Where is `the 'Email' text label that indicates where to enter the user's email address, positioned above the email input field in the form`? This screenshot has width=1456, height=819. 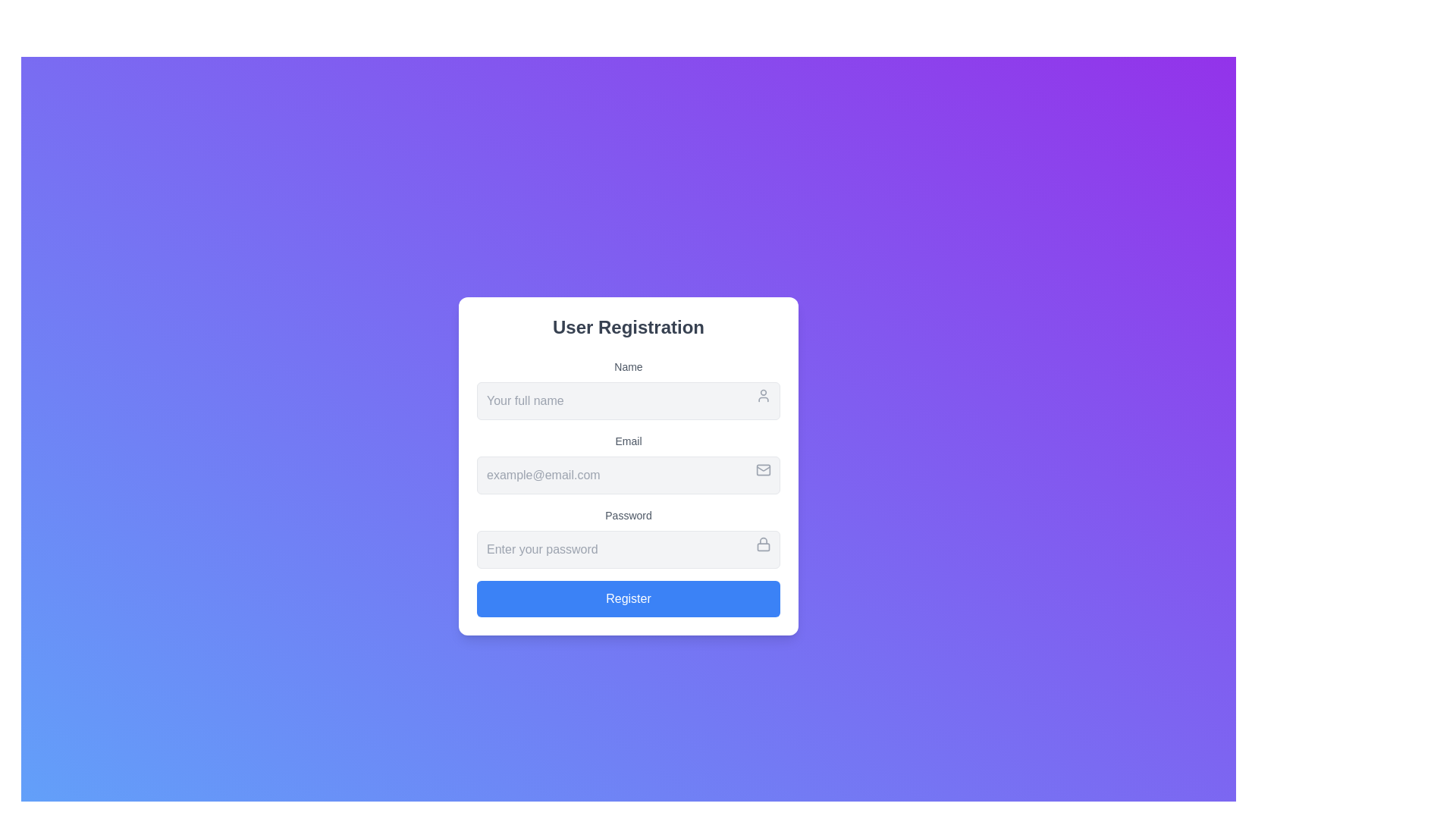 the 'Email' text label that indicates where to enter the user's email address, positioned above the email input field in the form is located at coordinates (629, 441).